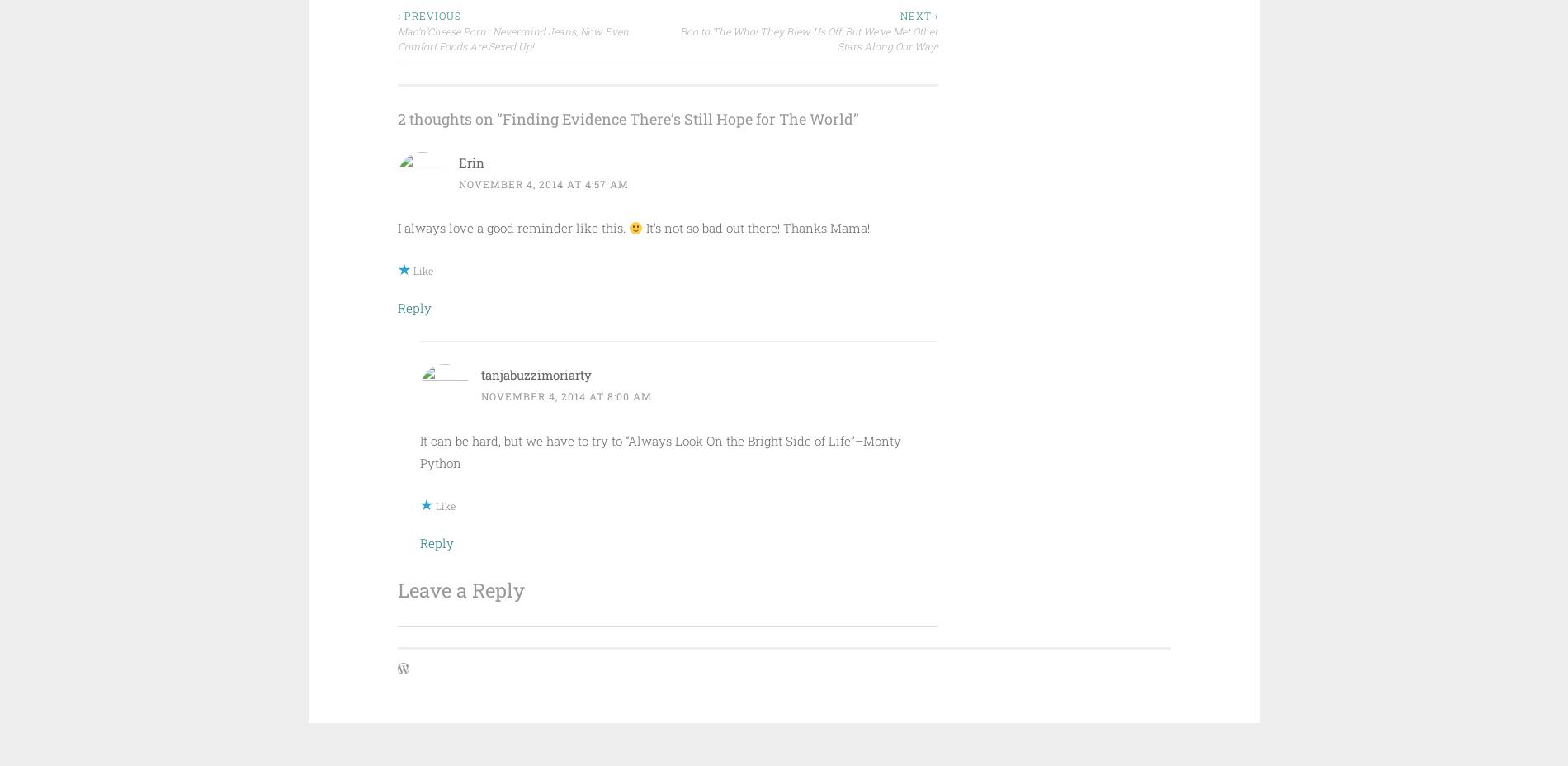 The width and height of the screenshot is (1568, 766). What do you see at coordinates (479, 395) in the screenshot?
I see `'November 4, 2014 at 8:00 am'` at bounding box center [479, 395].